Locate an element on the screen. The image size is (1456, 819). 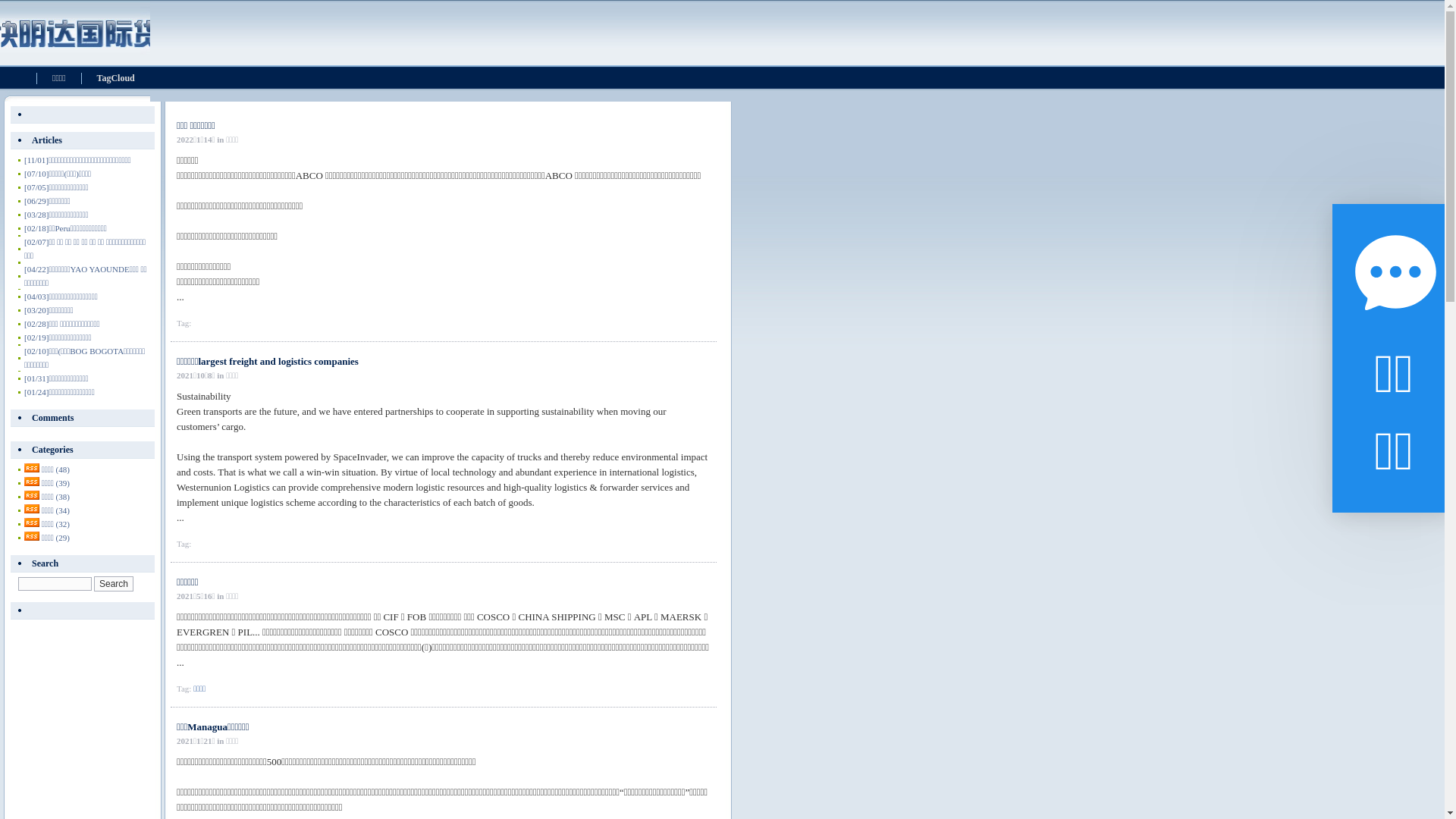
'Search' is located at coordinates (93, 583).